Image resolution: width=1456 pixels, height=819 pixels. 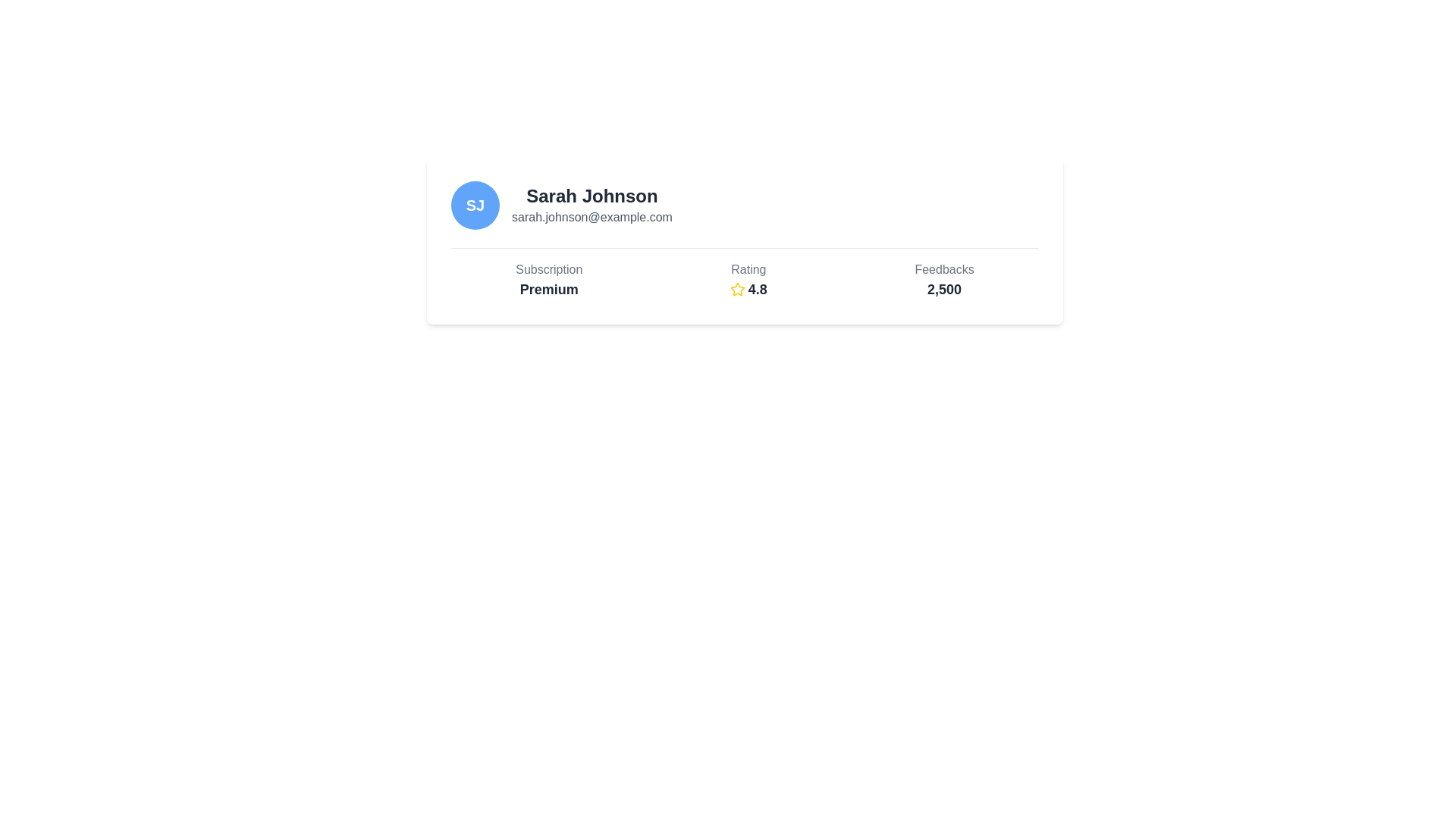 What do you see at coordinates (475, 205) in the screenshot?
I see `the circular blue avatar with white bold initials 'SJ' located at the top-left of the profile card` at bounding box center [475, 205].